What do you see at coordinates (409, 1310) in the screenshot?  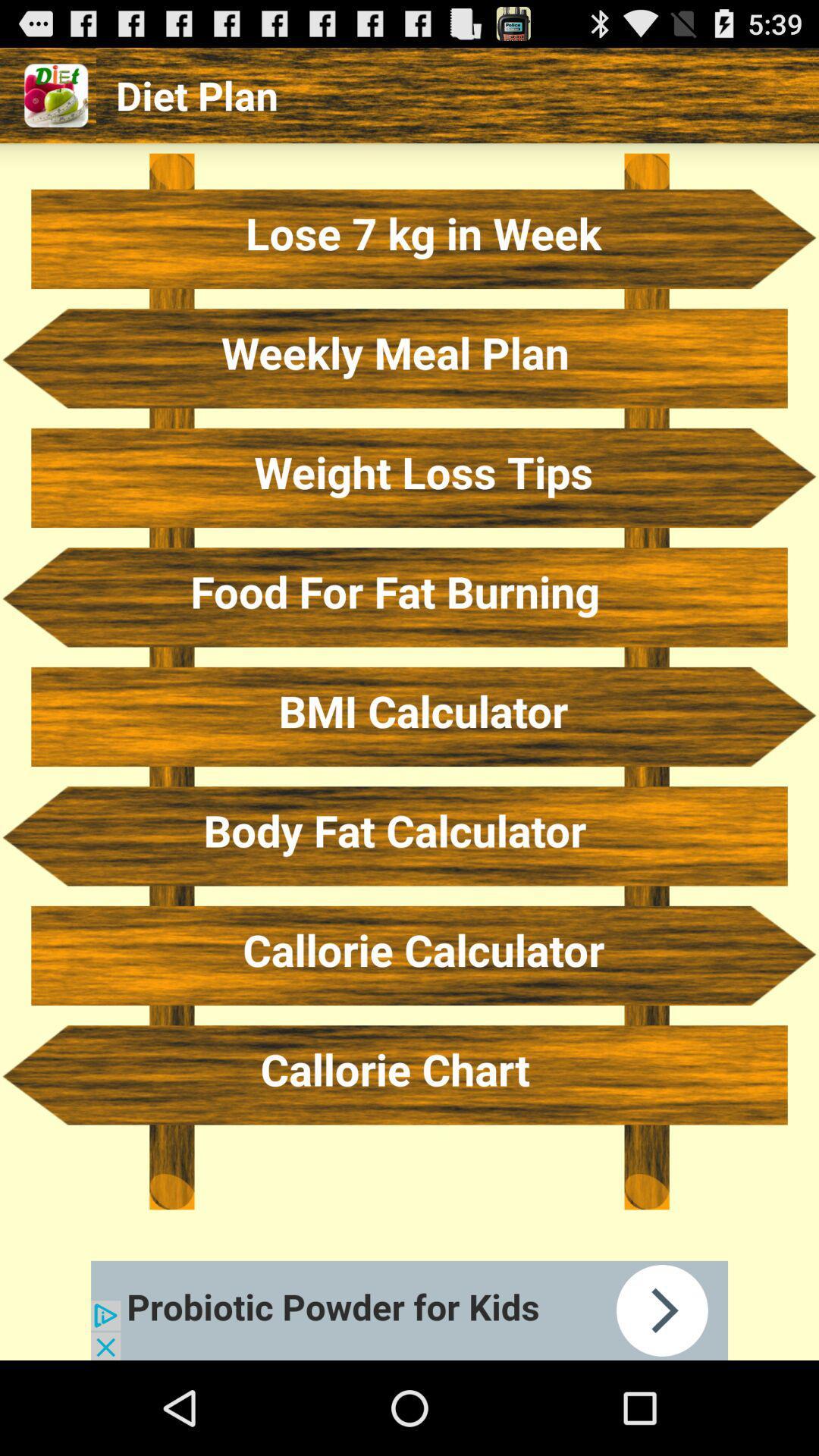 I see `next user` at bounding box center [409, 1310].